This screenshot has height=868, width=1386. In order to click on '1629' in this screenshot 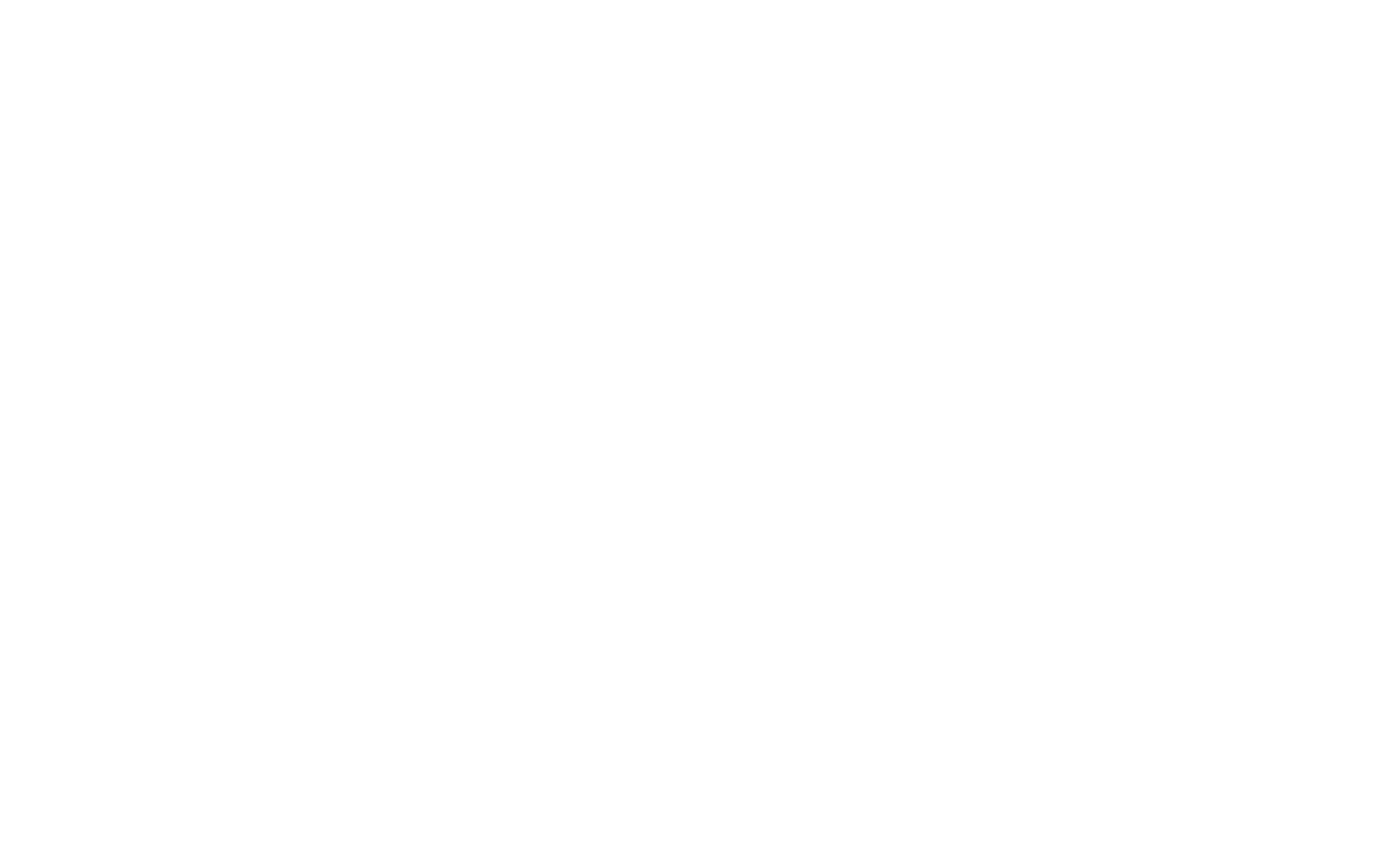, I will do `click(1071, 88)`.